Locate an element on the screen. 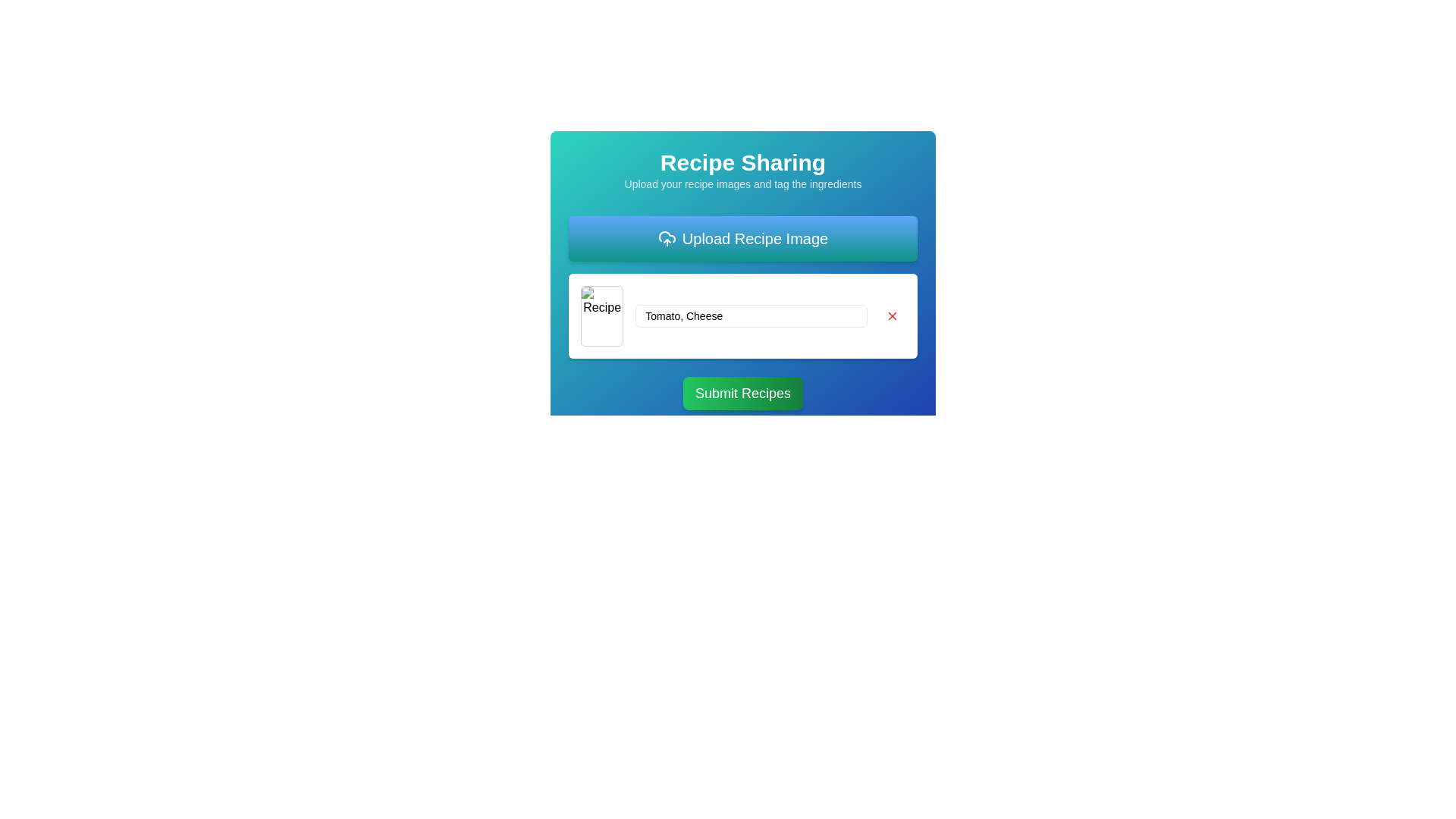  the cloud icon, which is the middle component of the 'Upload Recipe Image' button, characterized by its rounded contour and arc pattern is located at coordinates (667, 237).